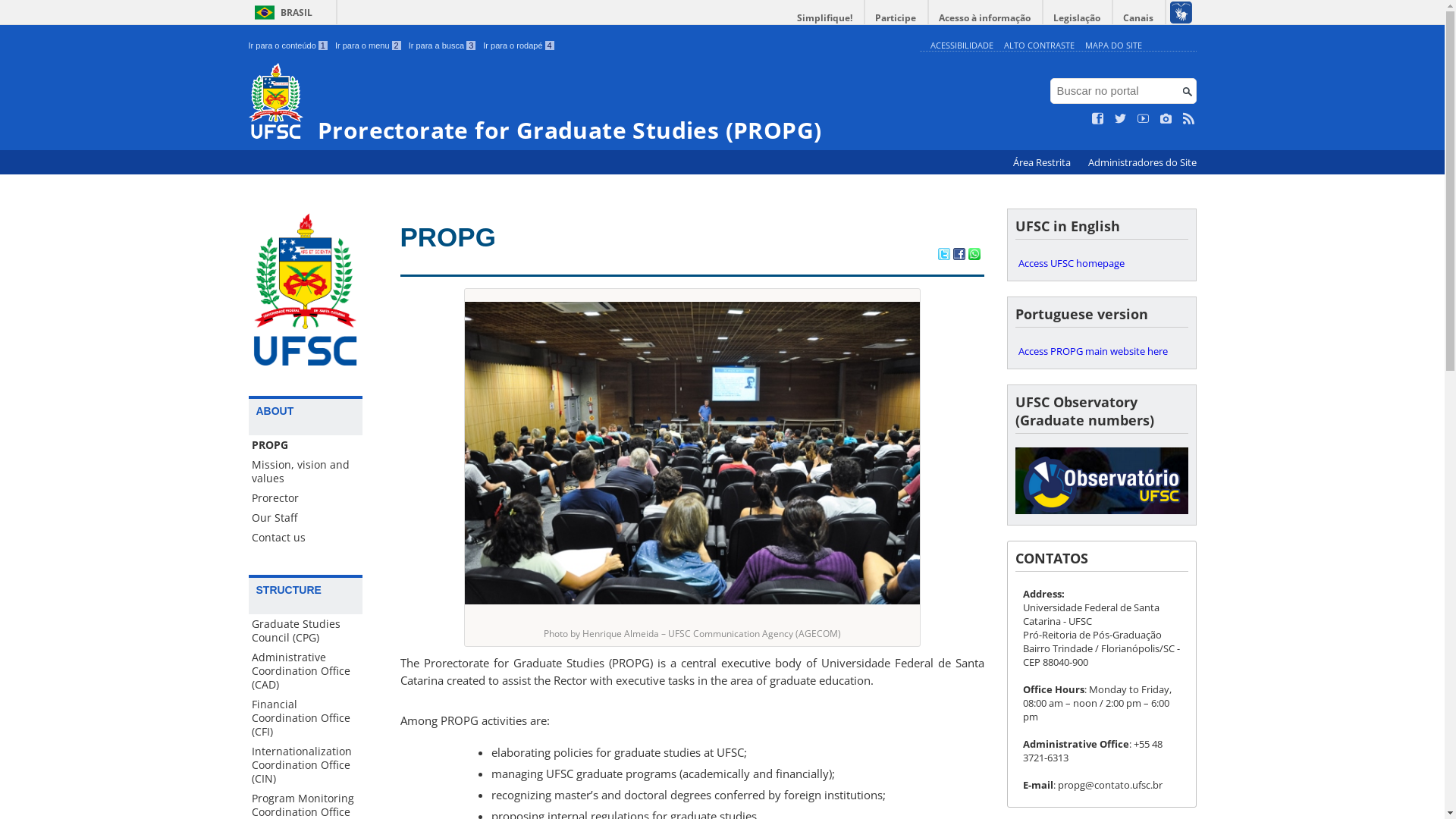 The width and height of the screenshot is (1456, 819). Describe the element at coordinates (305, 631) in the screenshot. I see `'Graduate Studies Council (CPG)'` at that location.